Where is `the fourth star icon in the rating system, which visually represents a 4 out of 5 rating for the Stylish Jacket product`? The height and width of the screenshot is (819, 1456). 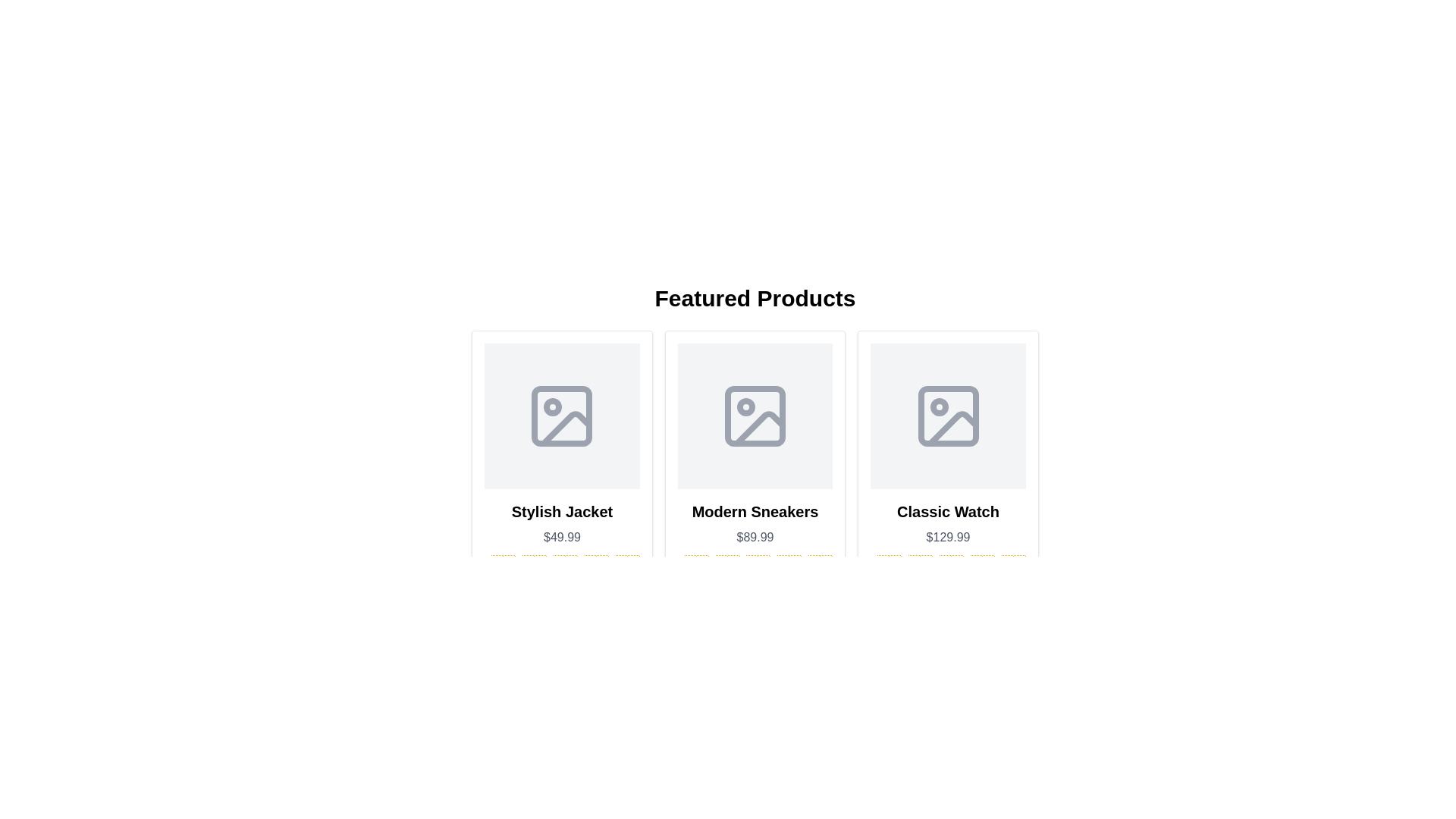 the fourth star icon in the rating system, which visually represents a 4 out of 5 rating for the Stylish Jacket product is located at coordinates (592, 561).